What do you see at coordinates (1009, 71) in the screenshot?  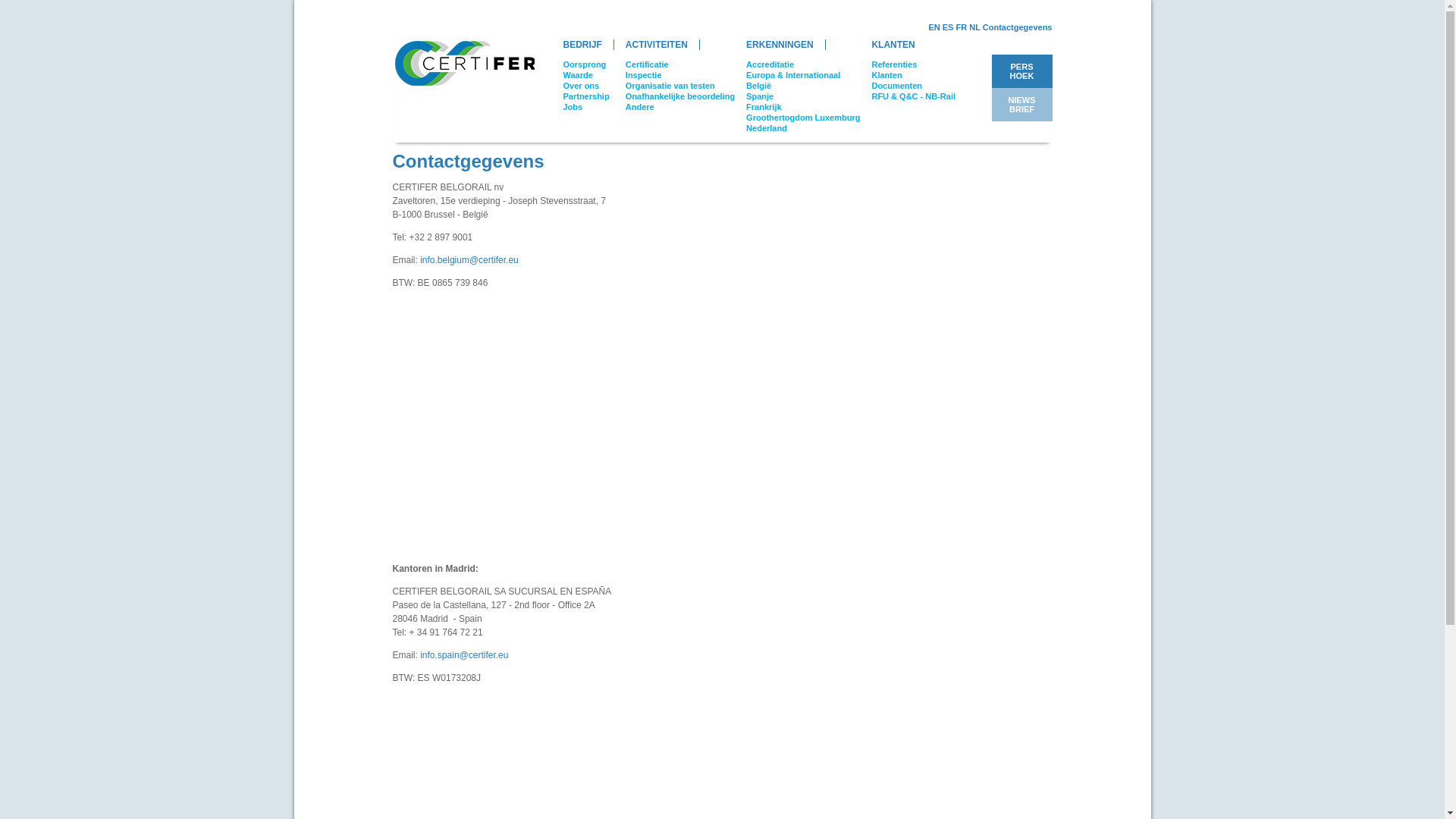 I see `'PERS` at bounding box center [1009, 71].